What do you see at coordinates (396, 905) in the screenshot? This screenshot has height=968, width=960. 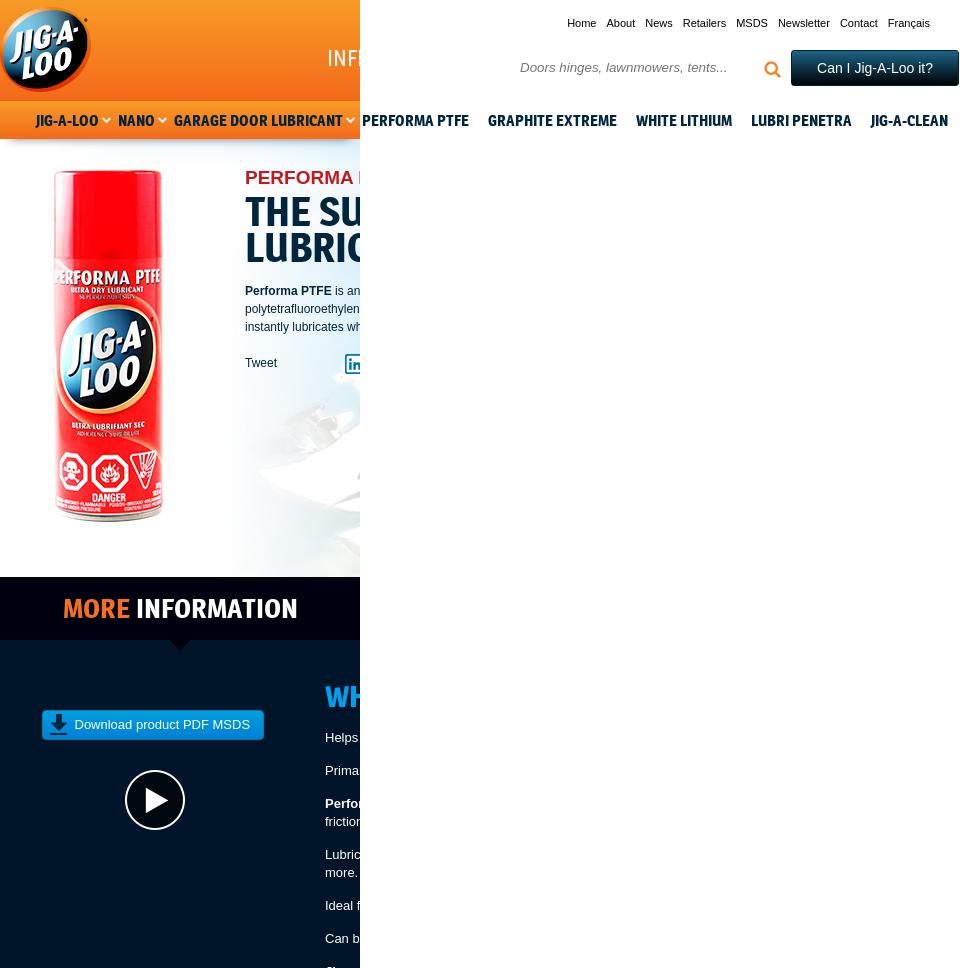 I see `'Ideal for metal and glass.'` at bounding box center [396, 905].